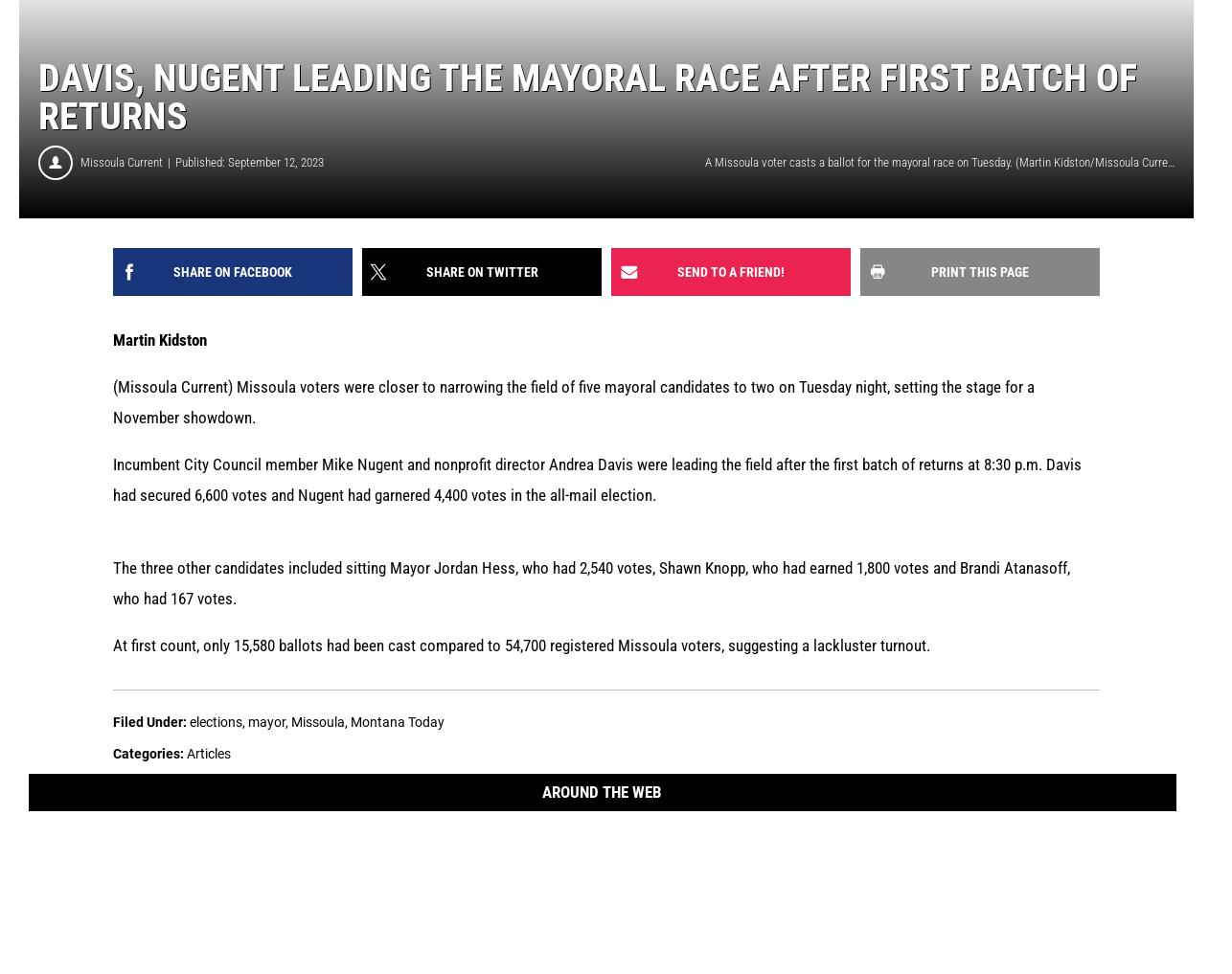 The height and width of the screenshot is (974, 1232). What do you see at coordinates (753, 798) in the screenshot?
I see `'The Missoula Current is a Montana owned and operated news organization founded in 2015 to help fill the void in local journalism, and we’ve been free to read ever since. Your contribution helps us keep it that way and goes far in supporting the best local news coverage in Missoula.'` at bounding box center [753, 798].